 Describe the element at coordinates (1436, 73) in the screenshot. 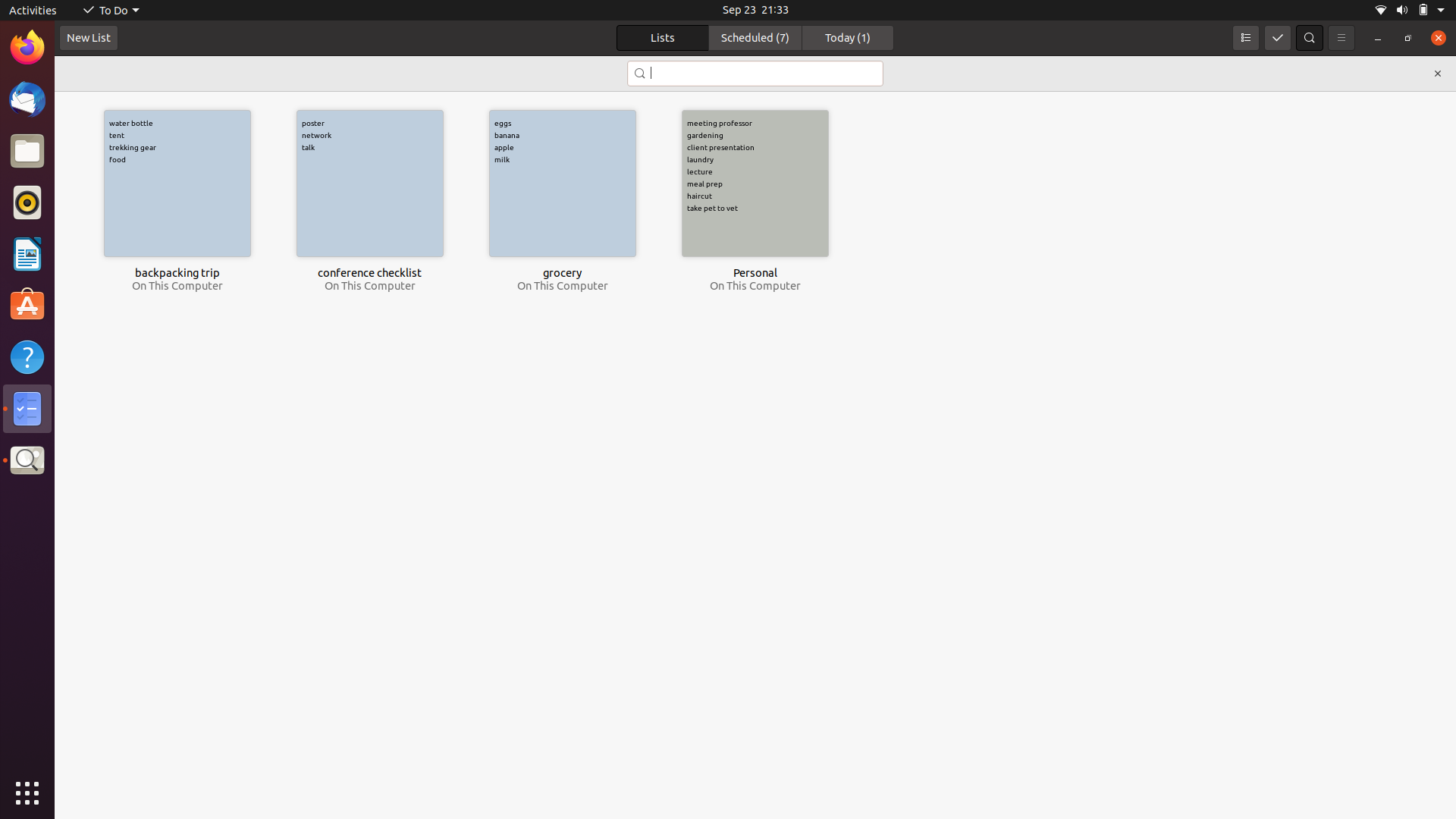

I see `Close search bar using mouse` at that location.